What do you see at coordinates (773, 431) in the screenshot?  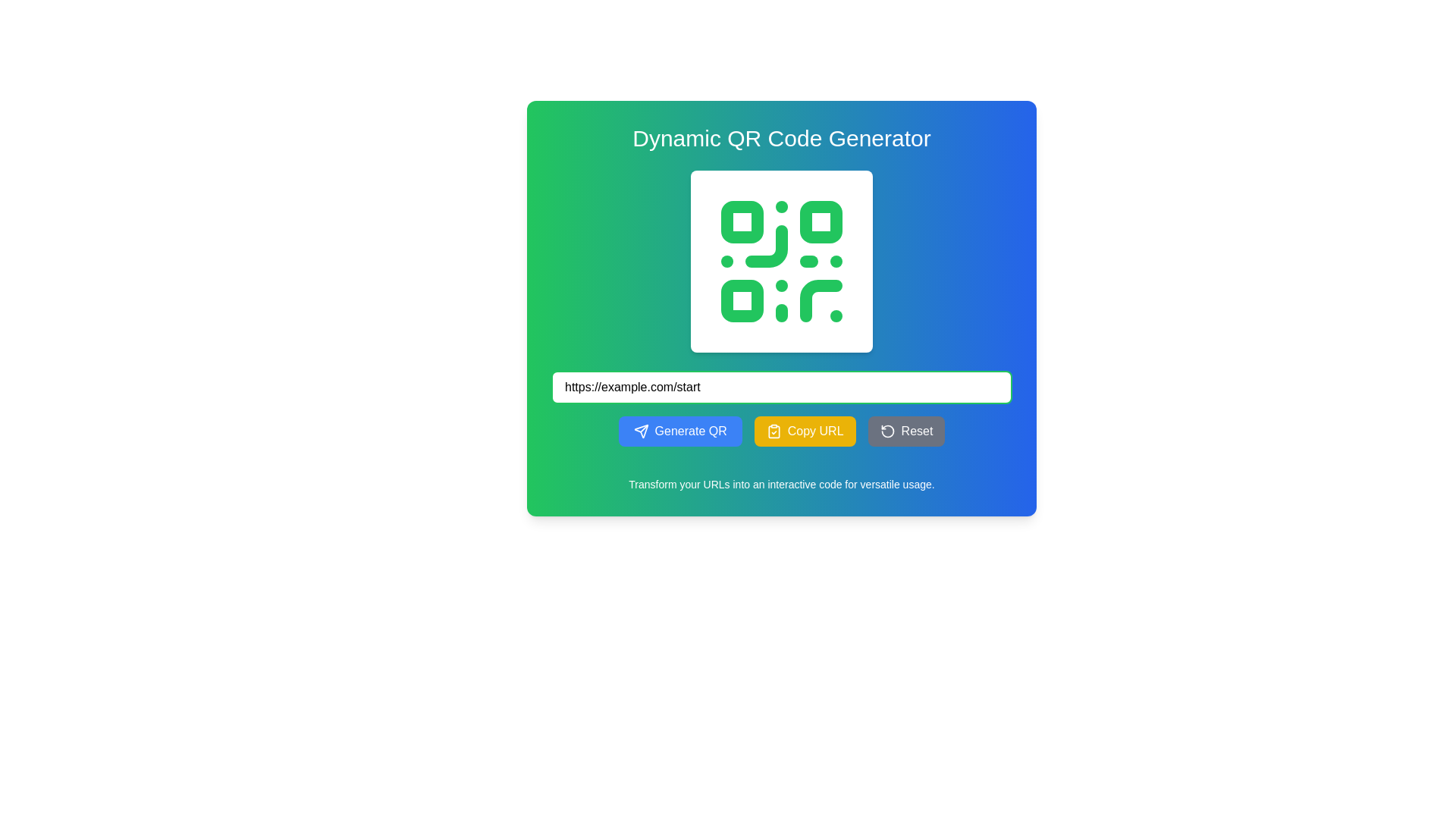 I see `the decorative Vector icon representing a clipboard with a checkmark, located in the lower-right portion of the interface near the interactive options below the QR code area` at bounding box center [773, 431].